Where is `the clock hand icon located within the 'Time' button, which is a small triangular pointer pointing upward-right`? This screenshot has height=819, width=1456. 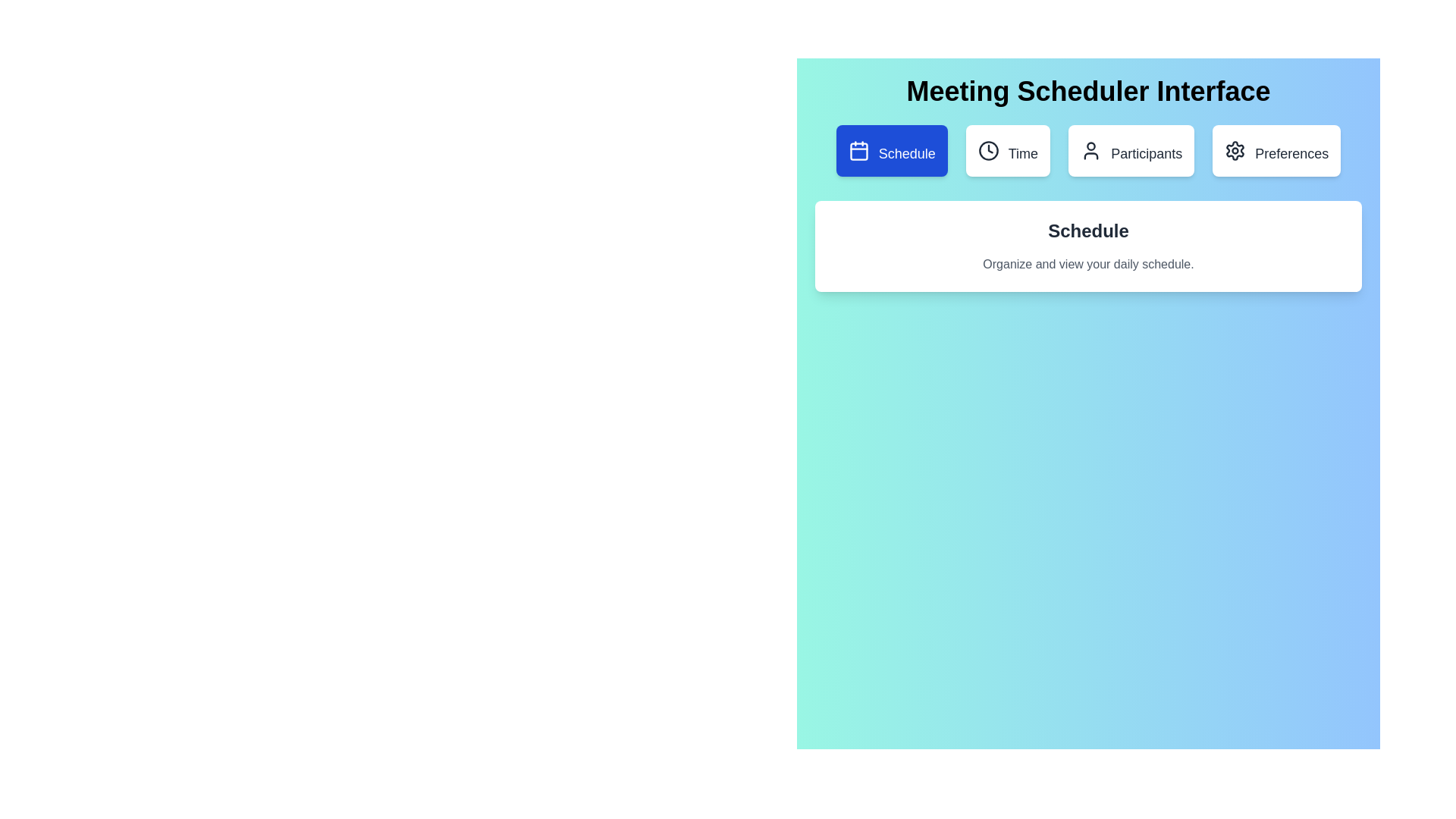 the clock hand icon located within the 'Time' button, which is a small triangular pointer pointing upward-right is located at coordinates (990, 149).